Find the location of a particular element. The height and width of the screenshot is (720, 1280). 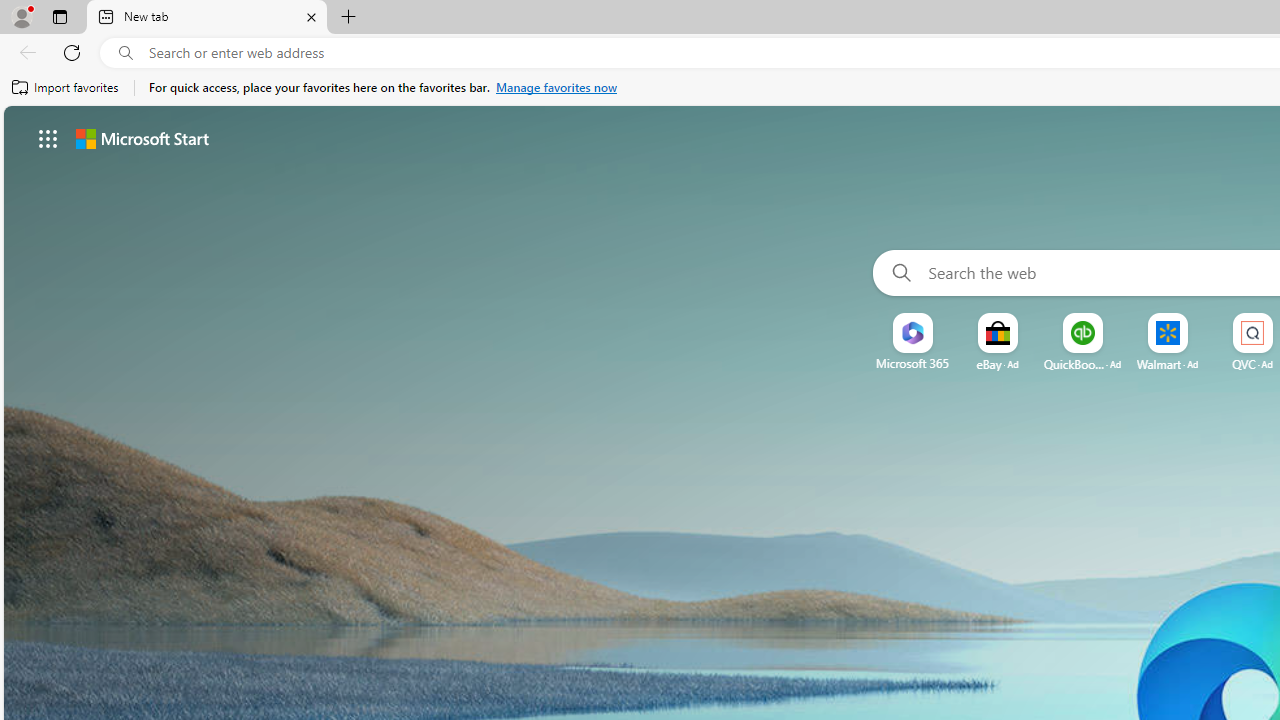

'Search icon' is located at coordinates (125, 52).